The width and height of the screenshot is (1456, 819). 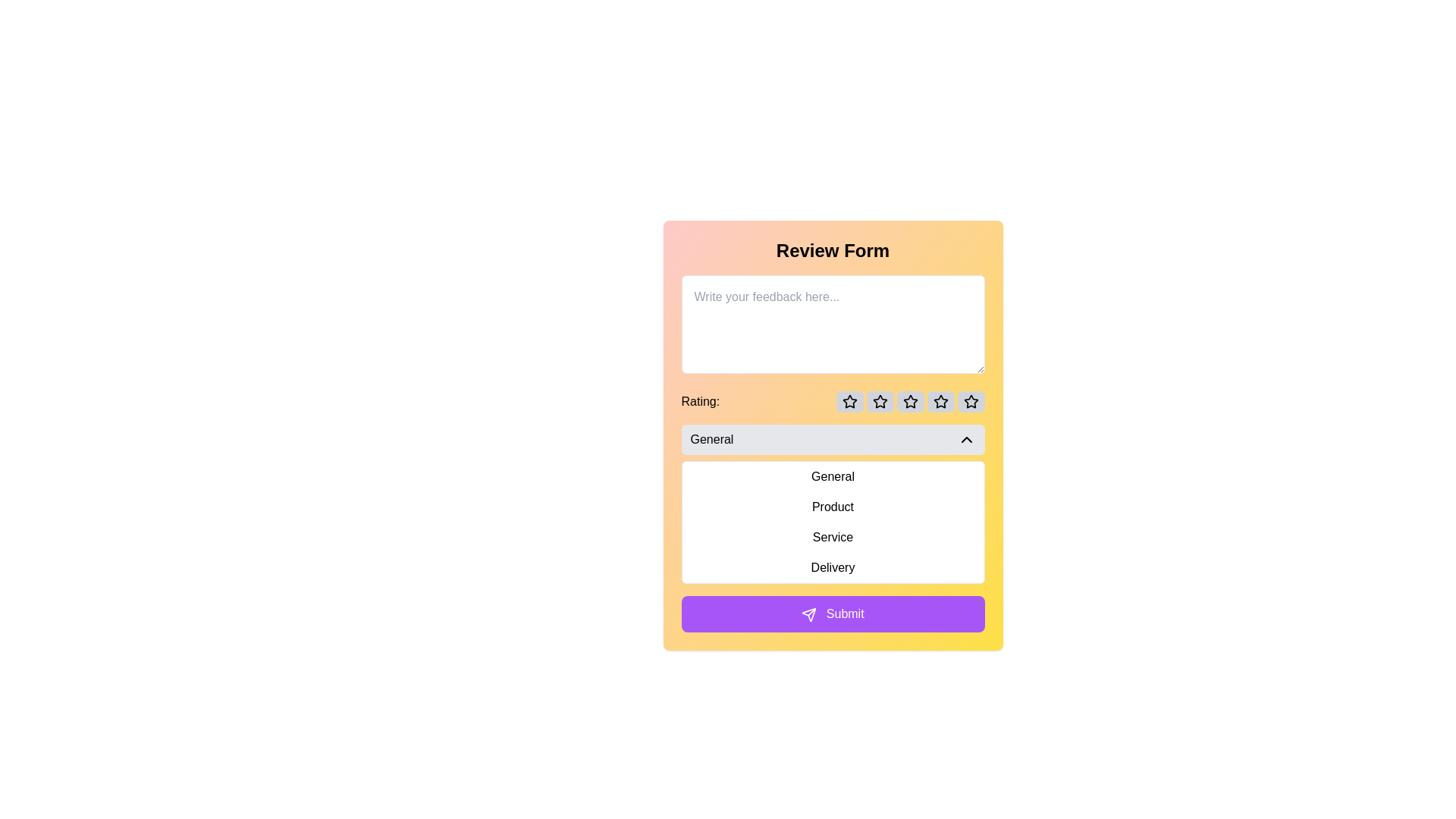 What do you see at coordinates (808, 614) in the screenshot?
I see `the first triangular SVG graphic icon with a thin border outline located towards the bottom of the interface` at bounding box center [808, 614].